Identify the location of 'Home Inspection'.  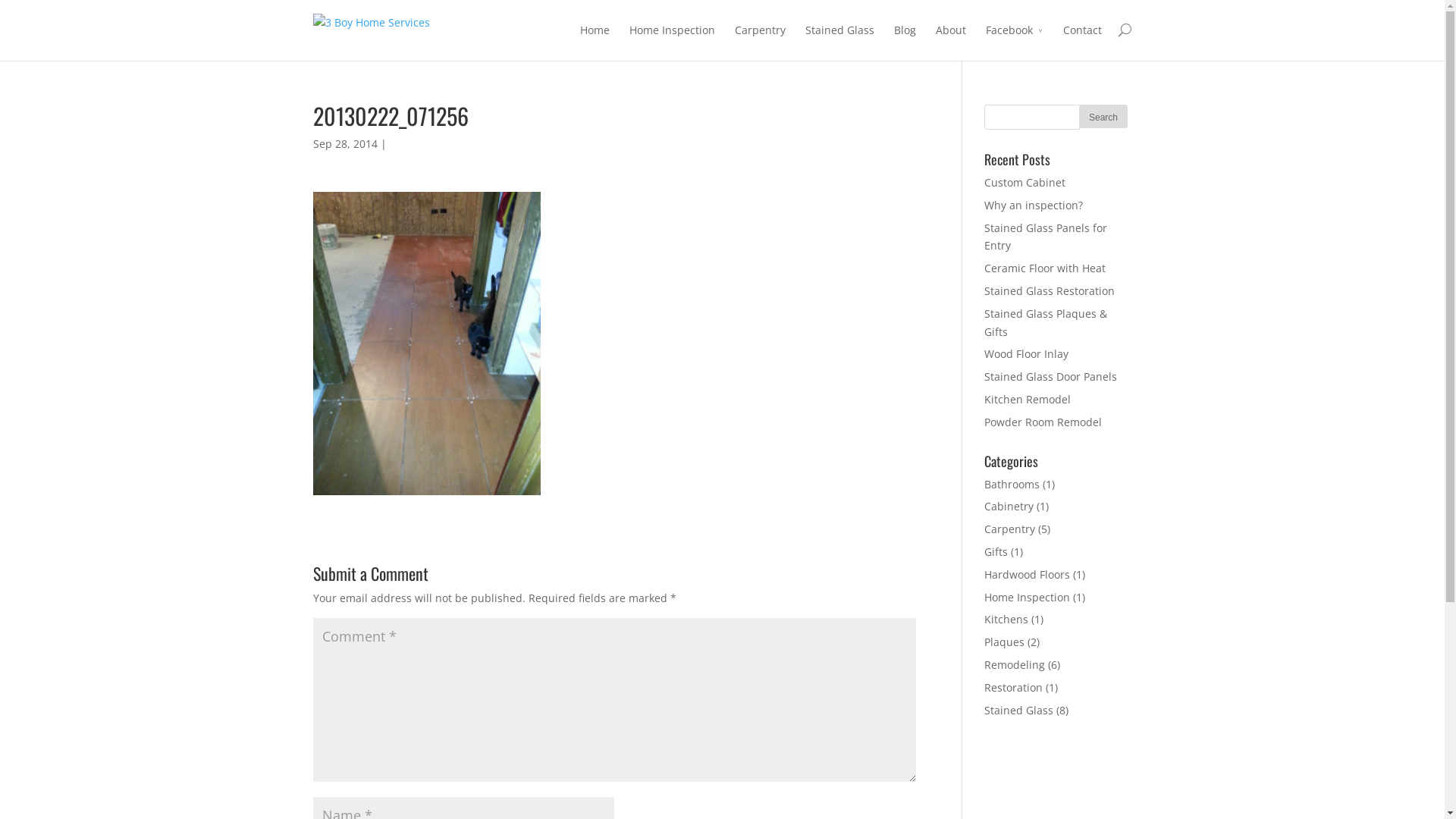
(671, 40).